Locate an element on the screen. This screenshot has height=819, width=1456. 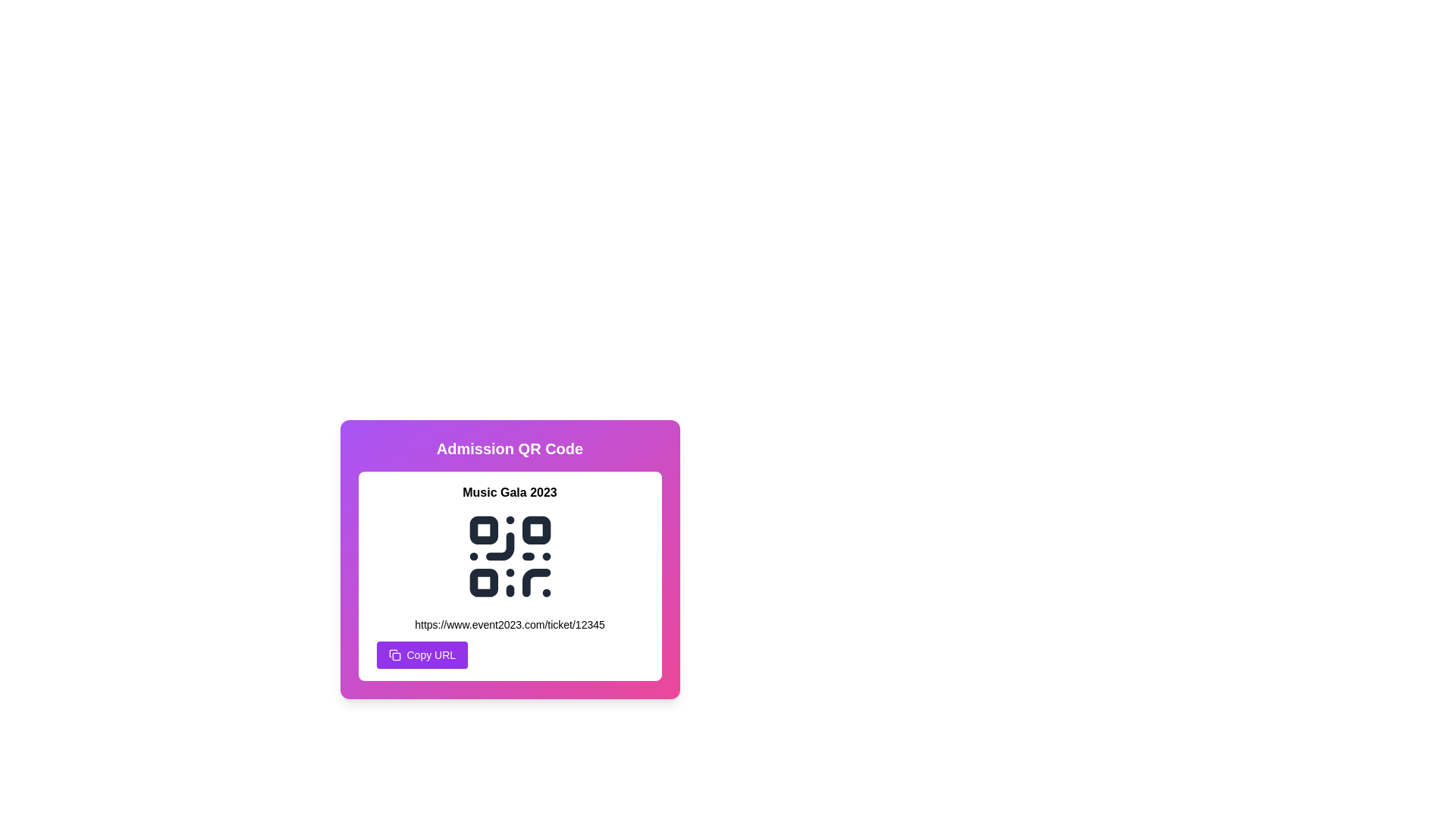
the truncated URL text displayed in a smaller font at the bottom section of the card interface, located centrally beneath the QR code and above the 'Copy URL' button is located at coordinates (510, 625).